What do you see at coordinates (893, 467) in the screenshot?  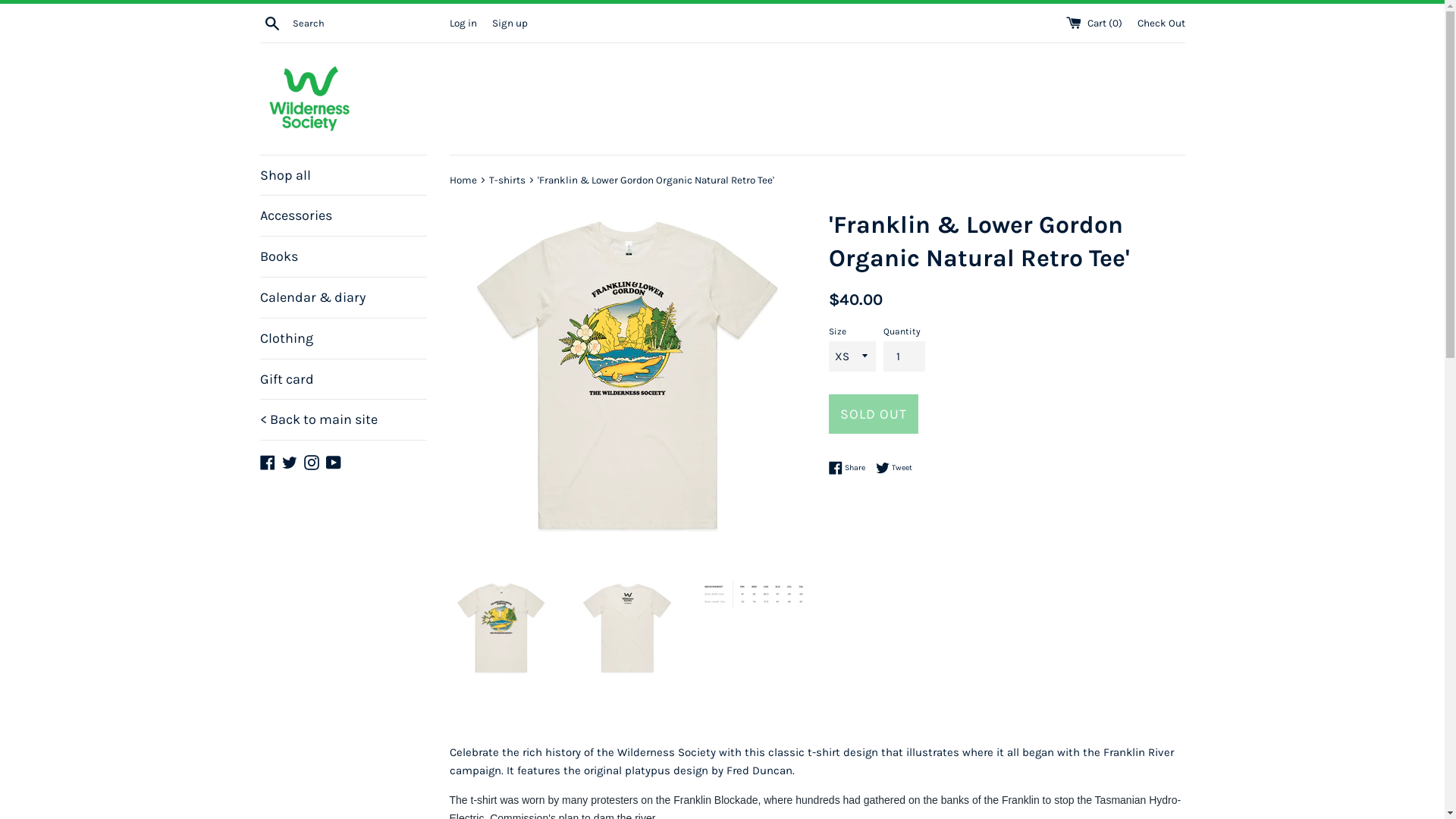 I see `'Tweet` at bounding box center [893, 467].